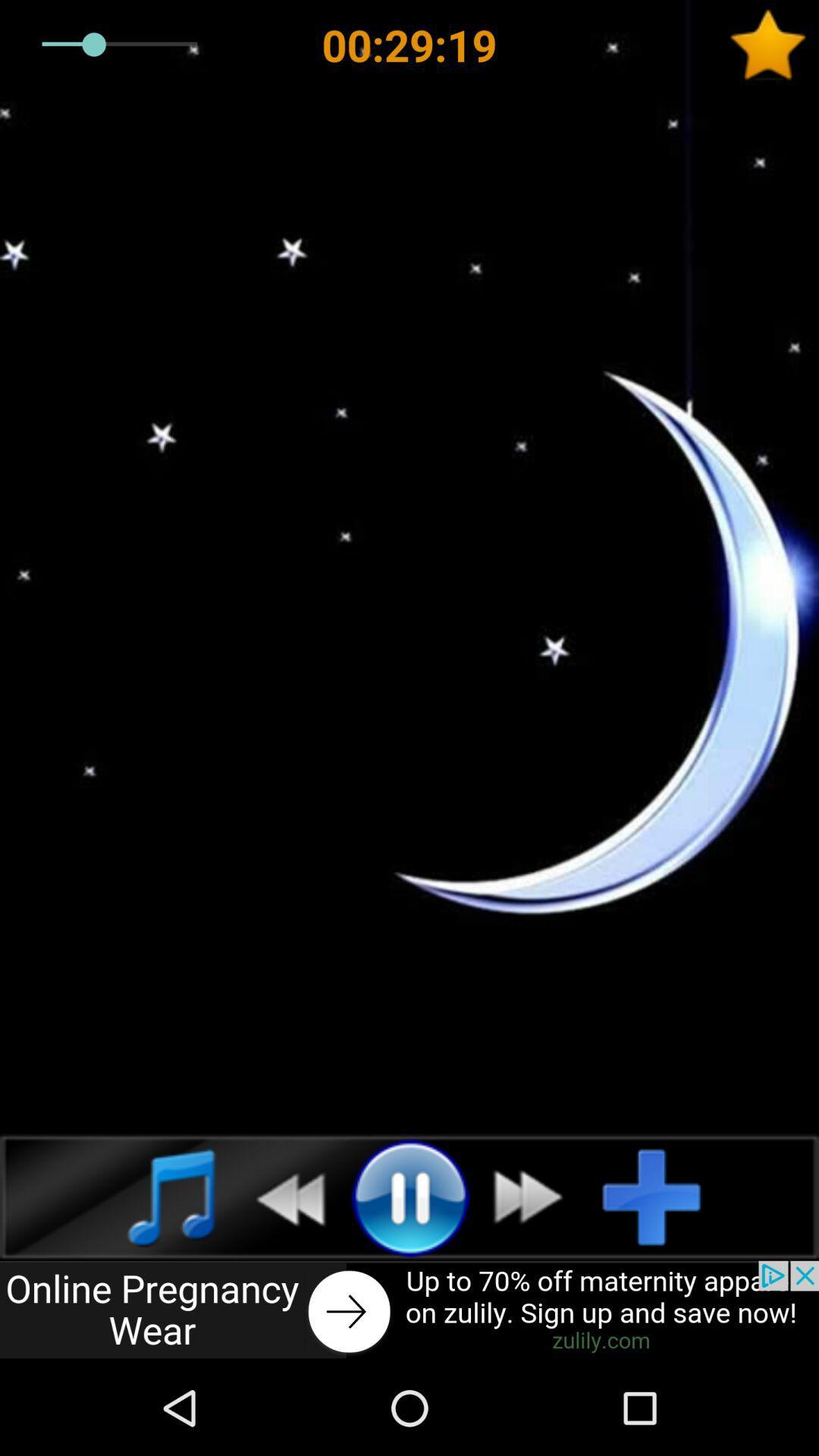 The image size is (819, 1456). Describe the element at coordinates (536, 1196) in the screenshot. I see `the av_forward icon` at that location.